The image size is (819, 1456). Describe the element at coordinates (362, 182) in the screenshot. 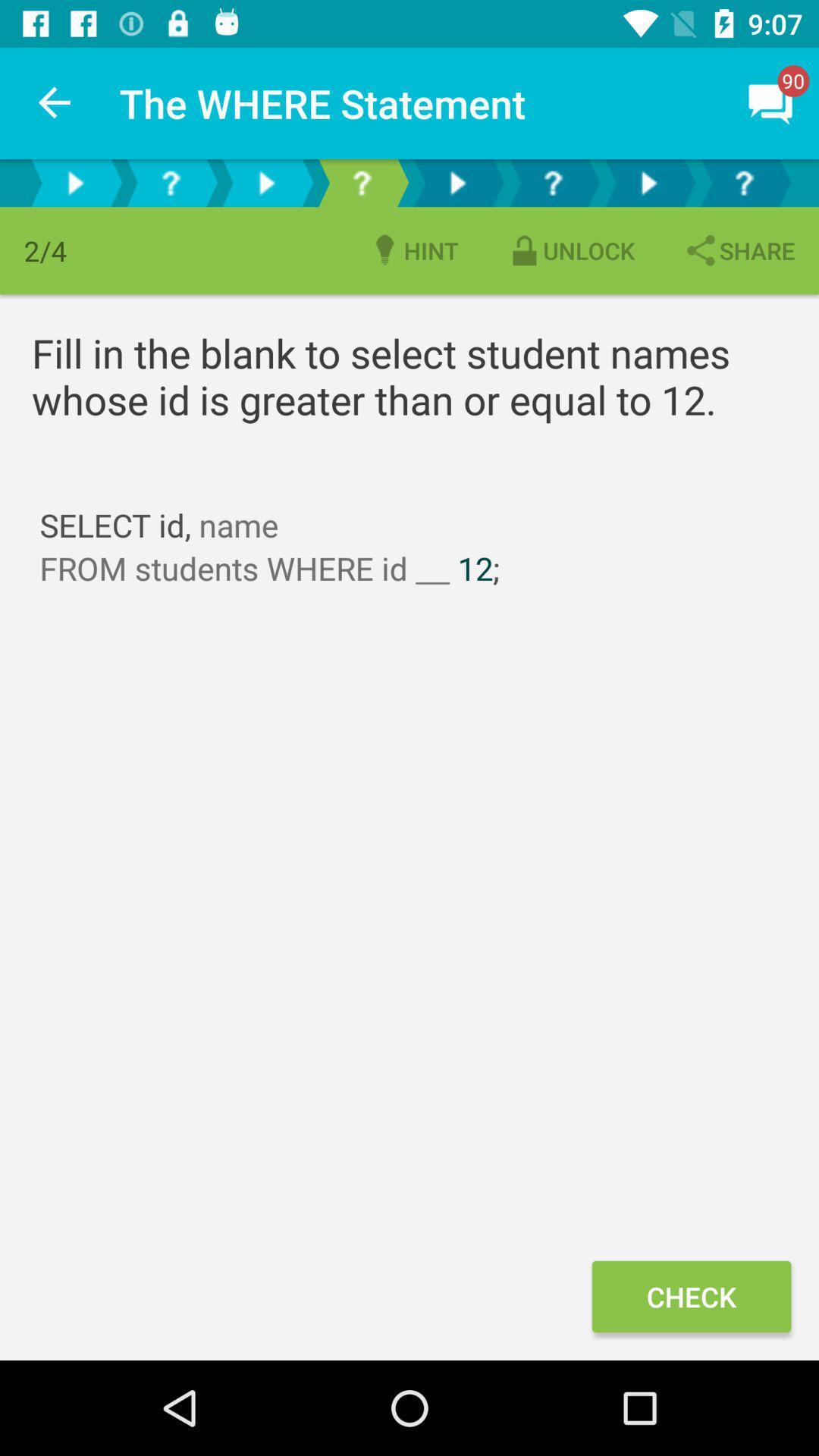

I see `question mark icone` at that location.